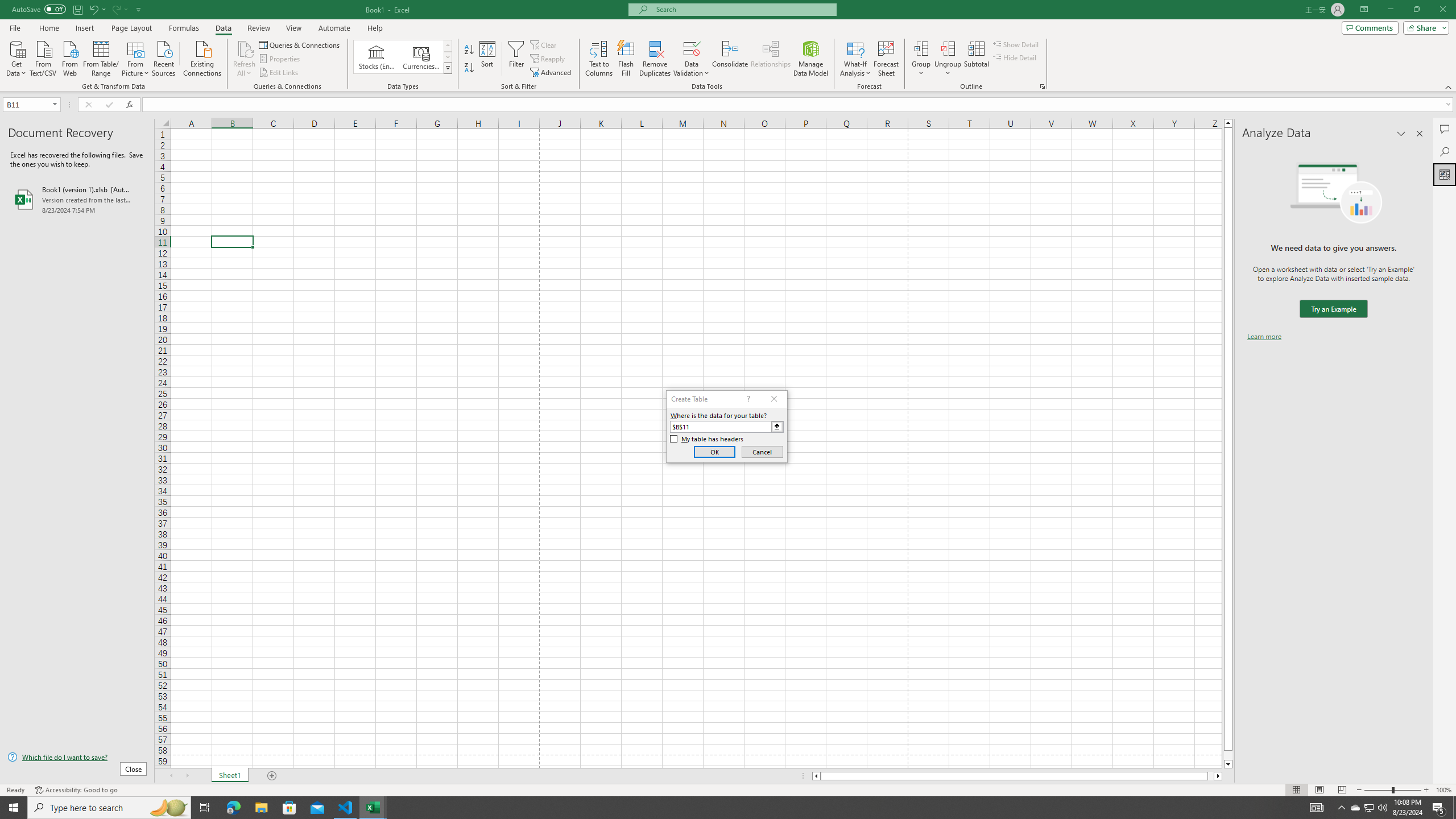 This screenshot has height=819, width=1456. Describe the element at coordinates (16, 57) in the screenshot. I see `'Get Data'` at that location.